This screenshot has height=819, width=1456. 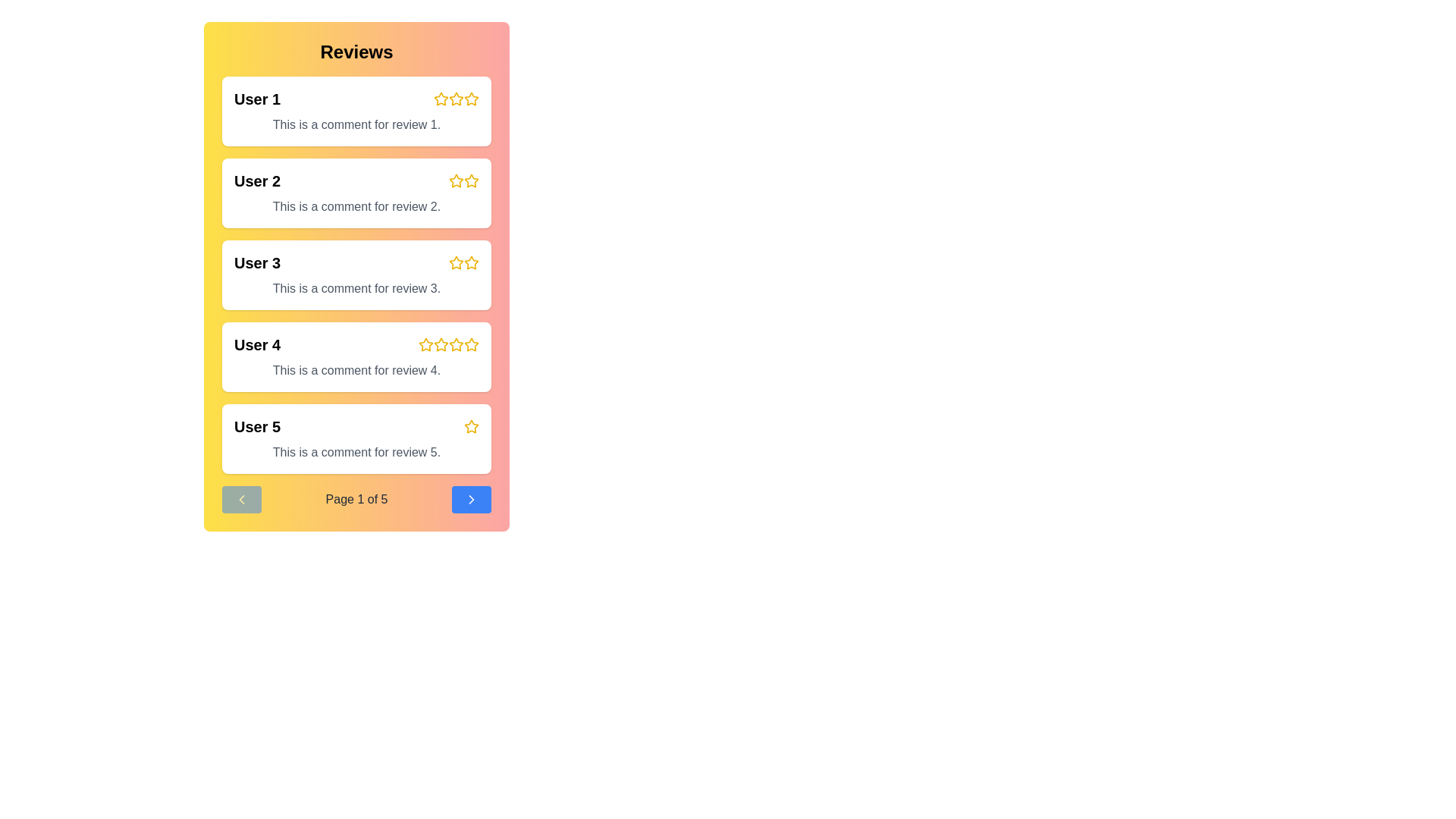 What do you see at coordinates (356, 124) in the screenshot?
I see `text of the label that says 'This is a comment for review 1.', which is styled in a smaller gray font and located below the title 'User 1' within the first review item in the 'Reviews' section` at bounding box center [356, 124].